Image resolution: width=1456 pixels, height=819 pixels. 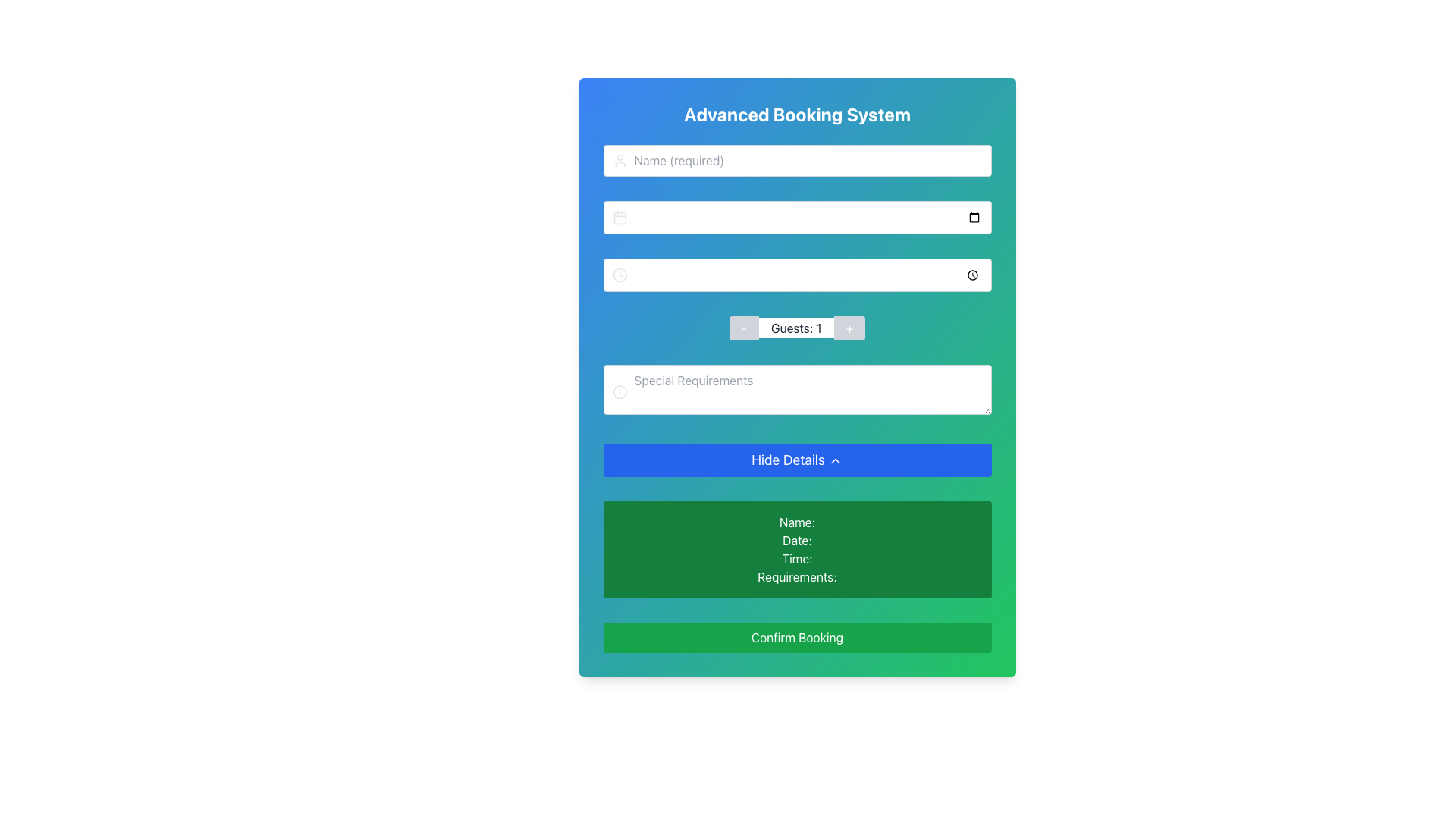 I want to click on the text label reading 'Requirements:', so click(x=796, y=576).